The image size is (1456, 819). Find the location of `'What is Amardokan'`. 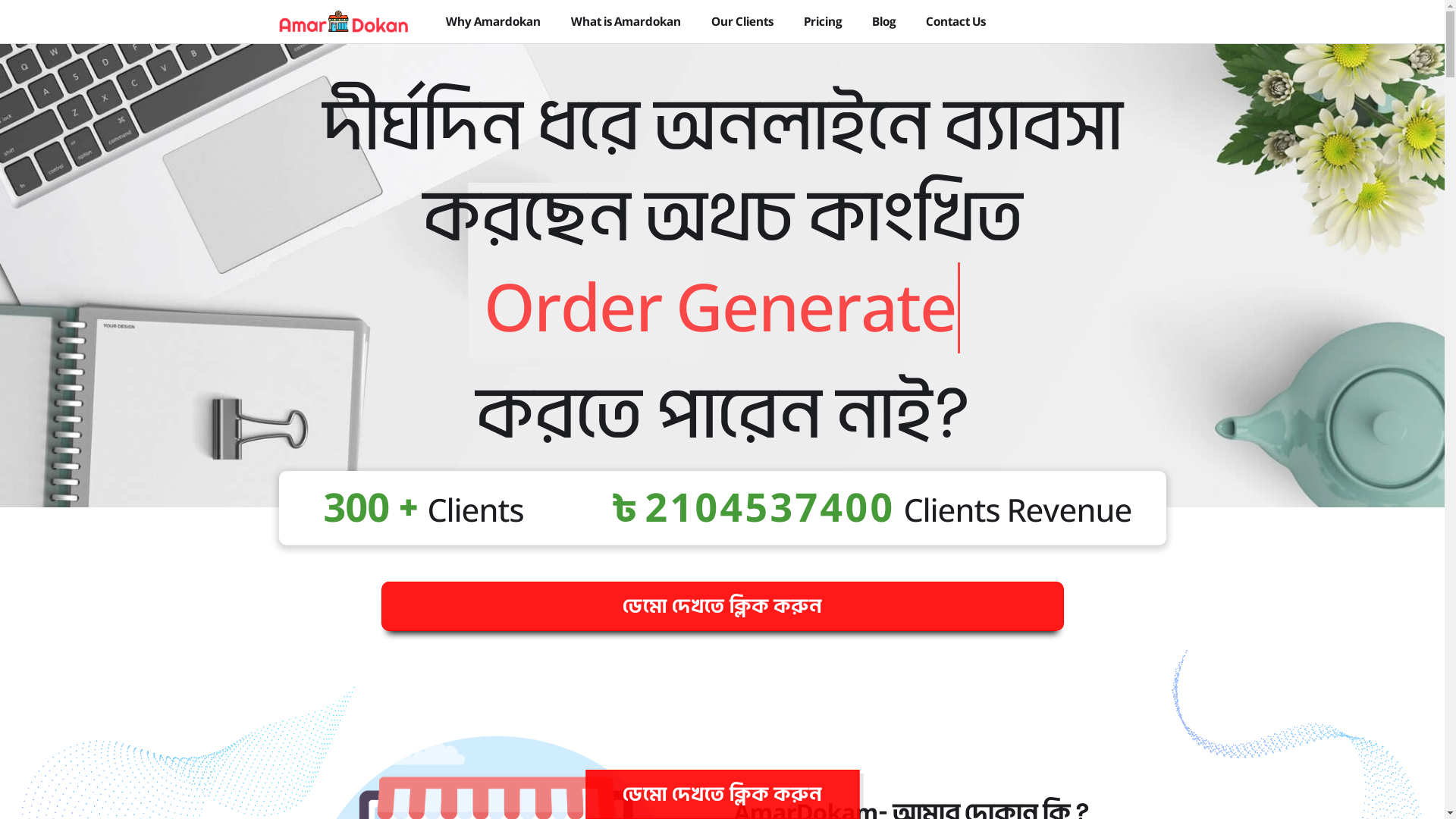

'What is Amardokan' is located at coordinates (625, 21).